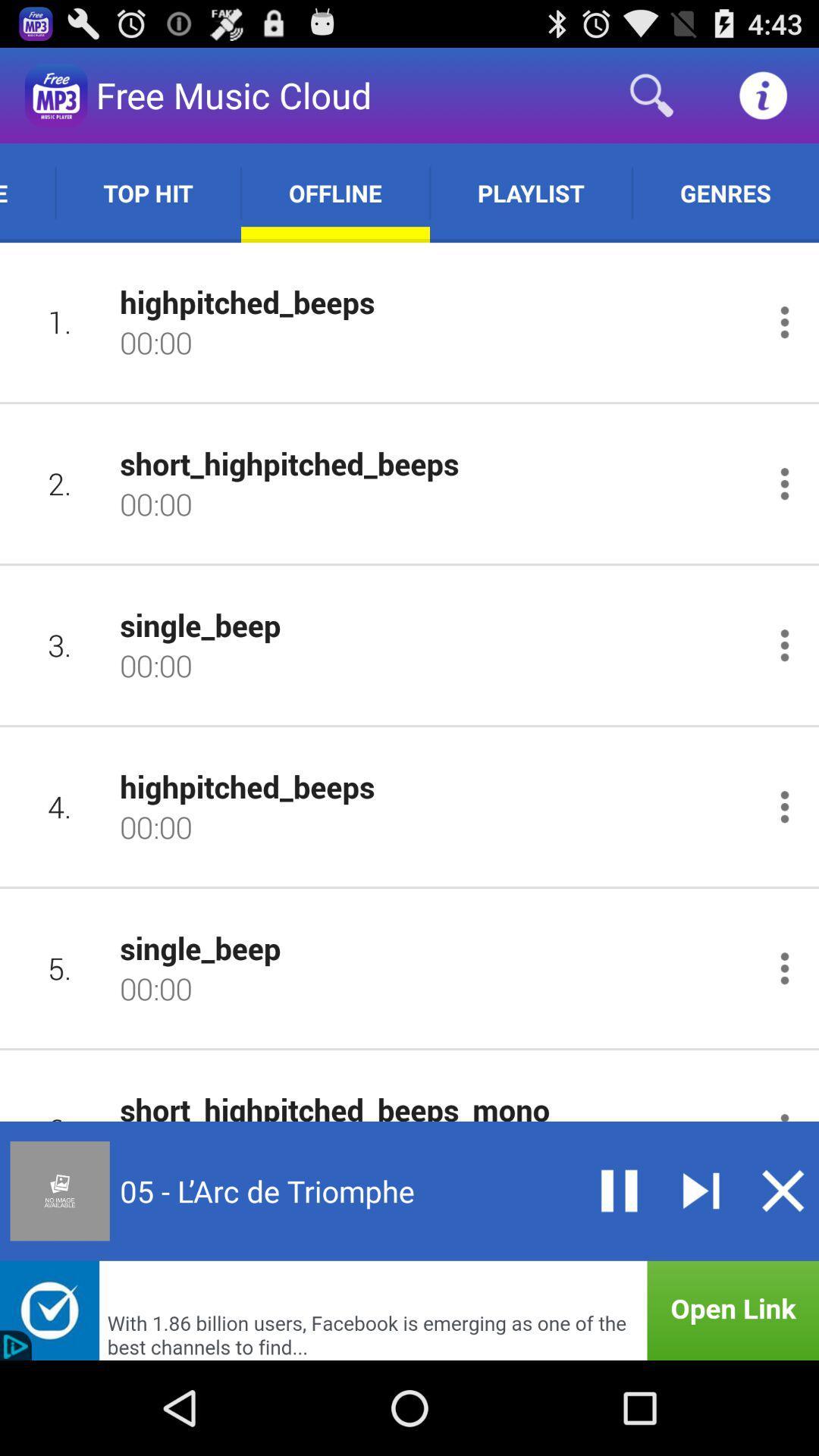 Image resolution: width=819 pixels, height=1456 pixels. What do you see at coordinates (784, 322) in the screenshot?
I see `open menu for item 1` at bounding box center [784, 322].